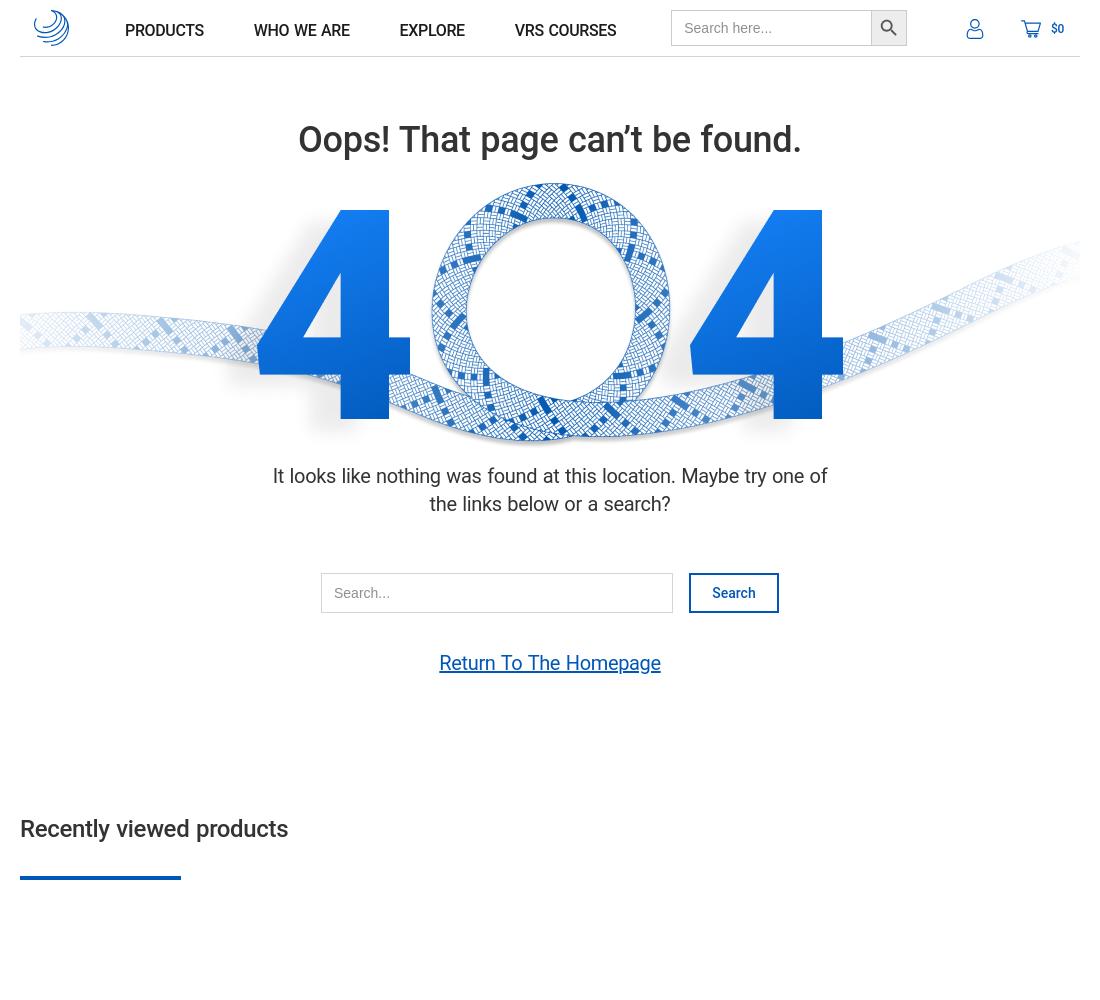  What do you see at coordinates (503, 90) in the screenshot?
I see `'Blog'` at bounding box center [503, 90].